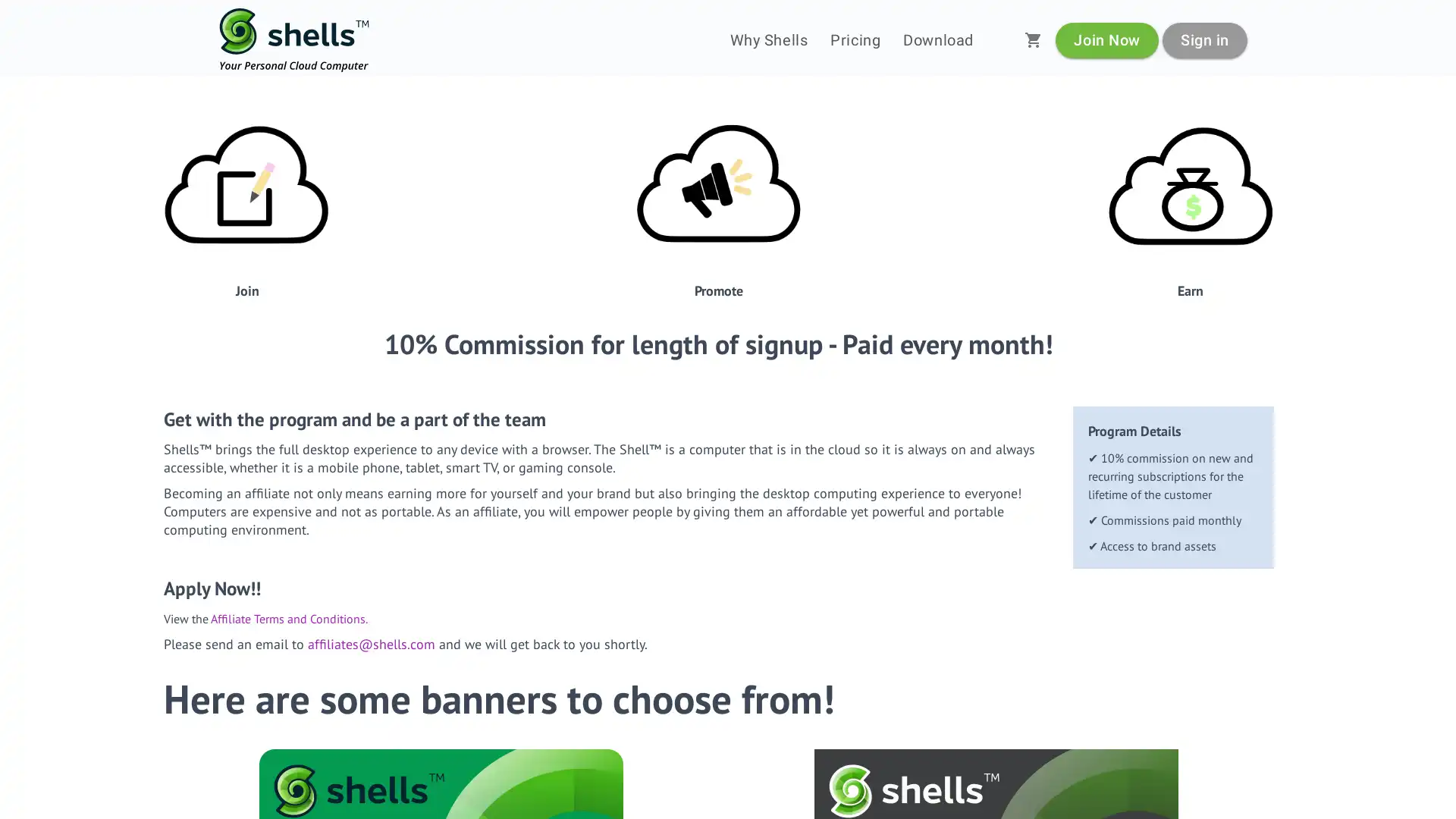 This screenshot has height=819, width=1456. I want to click on cart, so click(1033, 39).